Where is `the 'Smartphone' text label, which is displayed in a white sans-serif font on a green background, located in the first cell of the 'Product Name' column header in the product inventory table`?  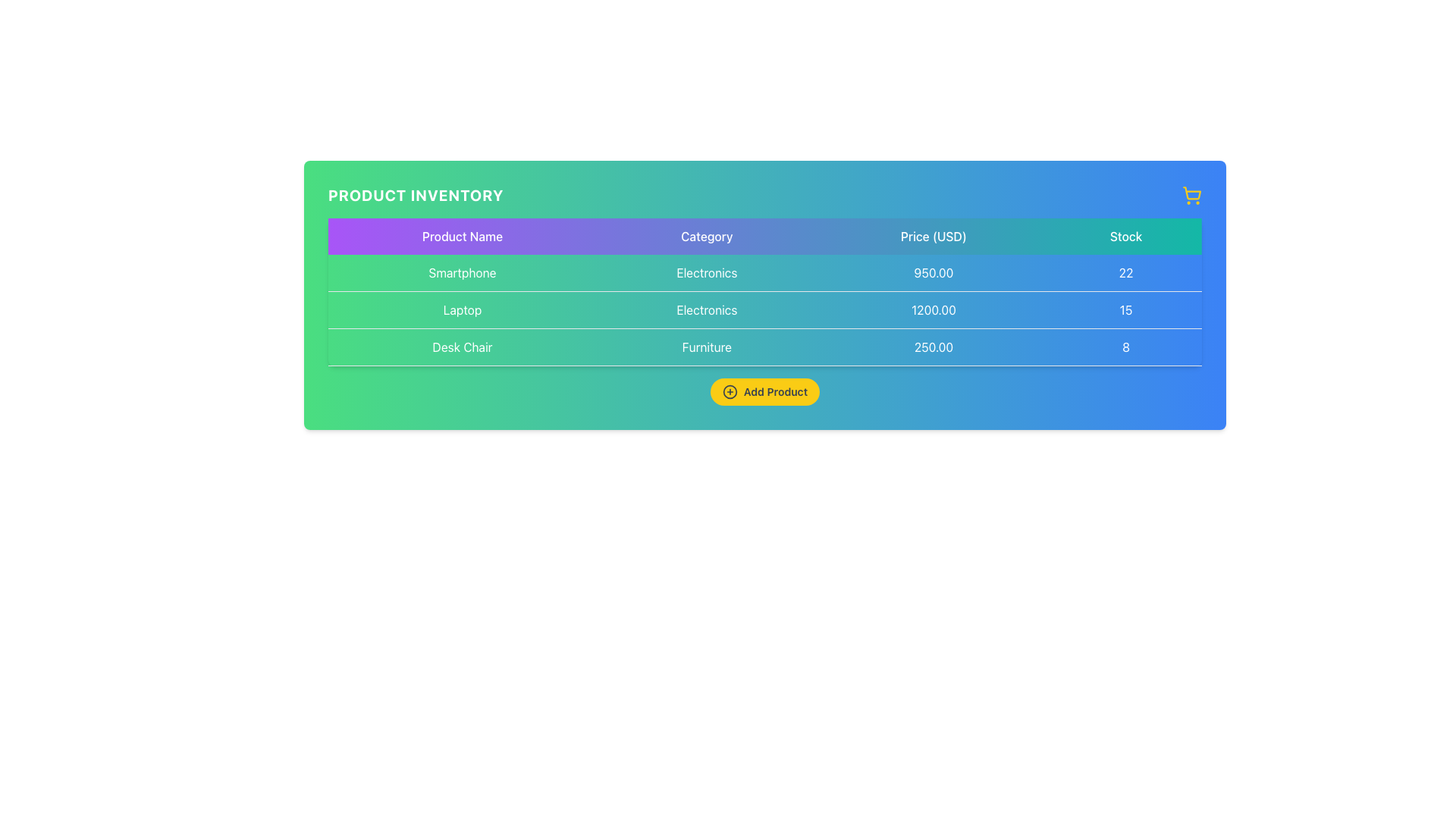 the 'Smartphone' text label, which is displayed in a white sans-serif font on a green background, located in the first cell of the 'Product Name' column header in the product inventory table is located at coordinates (461, 271).